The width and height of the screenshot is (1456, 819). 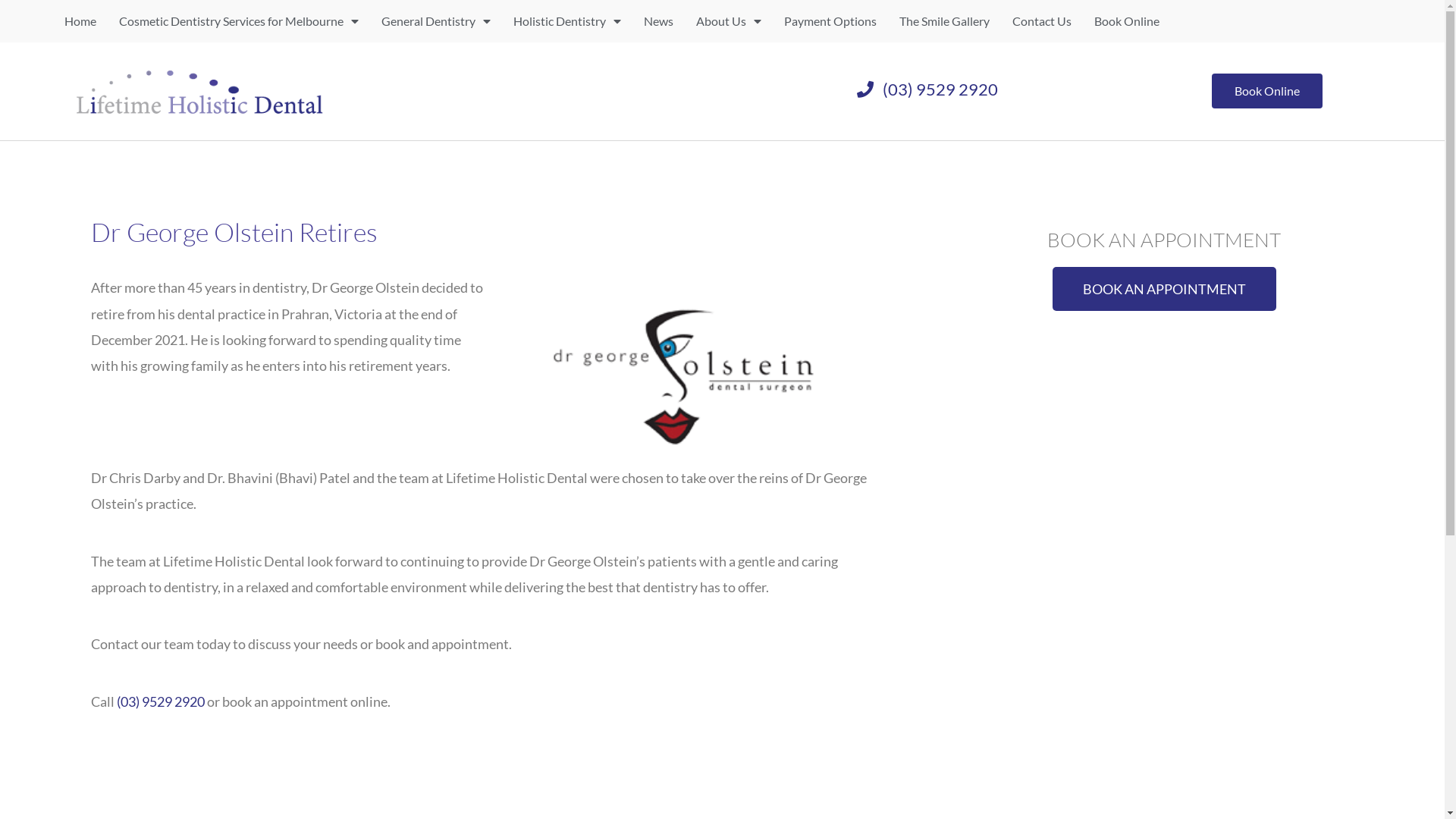 I want to click on 'Holistic Dentistry', so click(x=502, y=20).